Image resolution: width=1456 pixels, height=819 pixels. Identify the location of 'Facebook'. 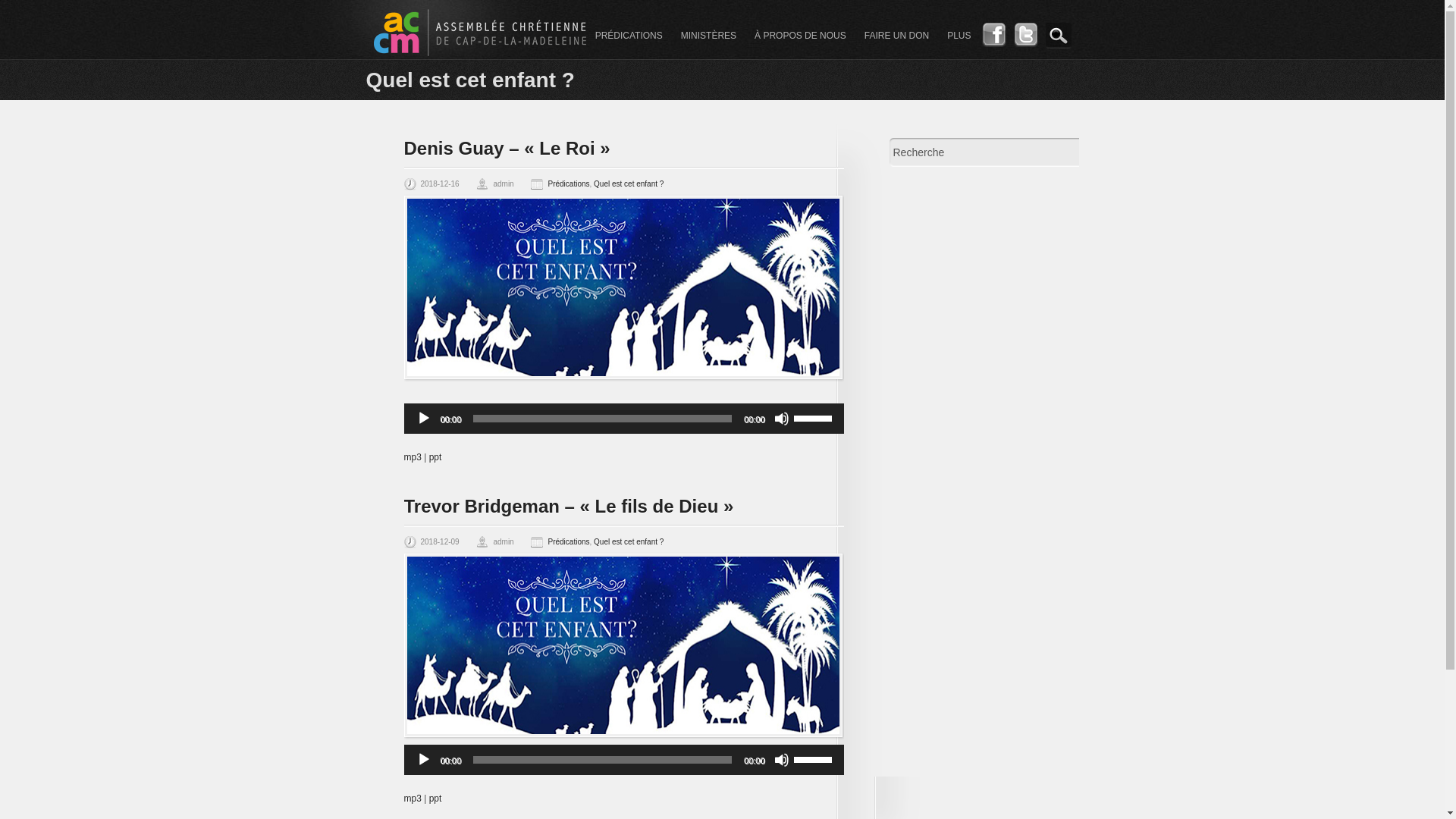
(993, 42).